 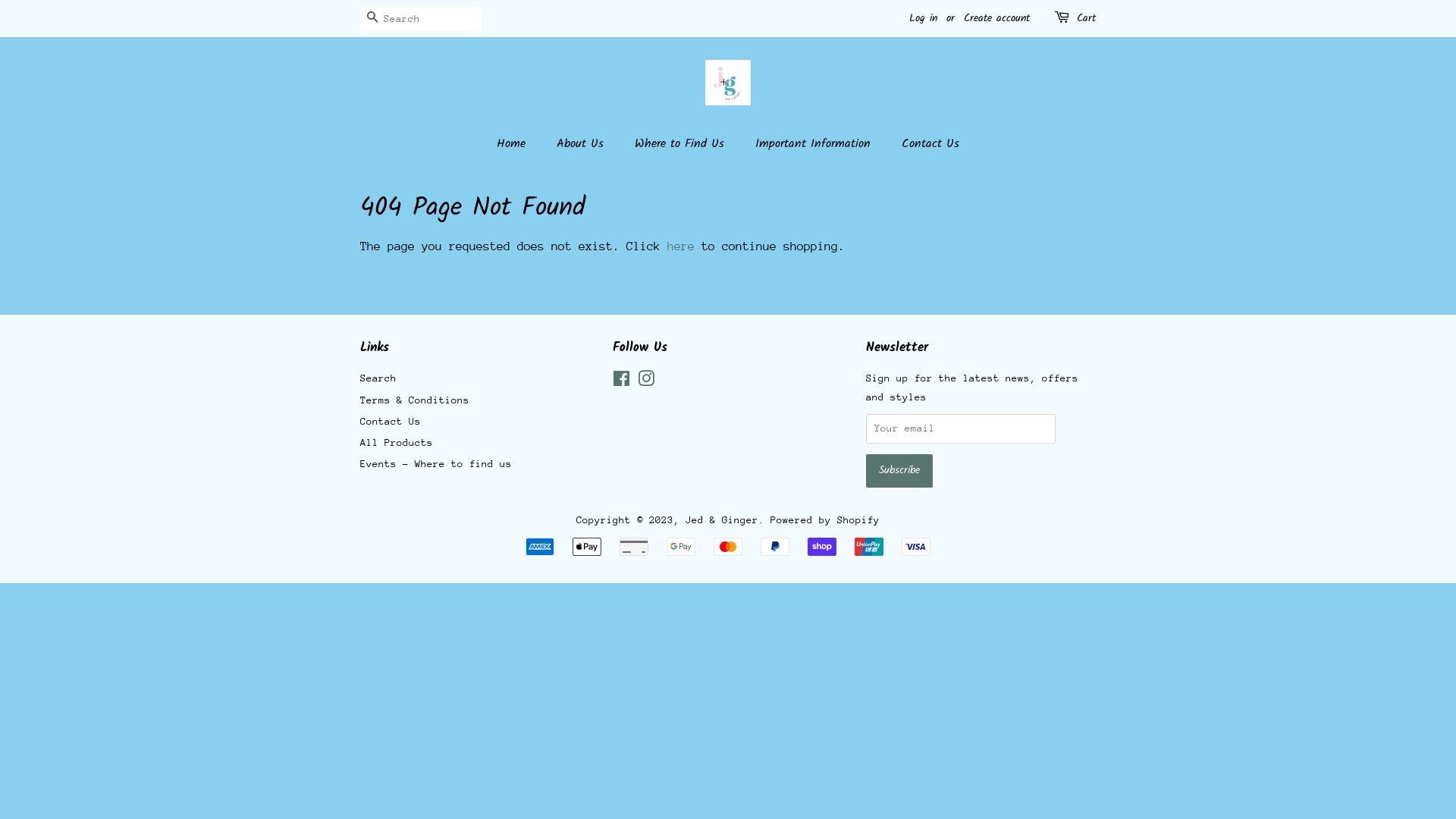 What do you see at coordinates (720, 519) in the screenshot?
I see `'Jed & Ginger'` at bounding box center [720, 519].